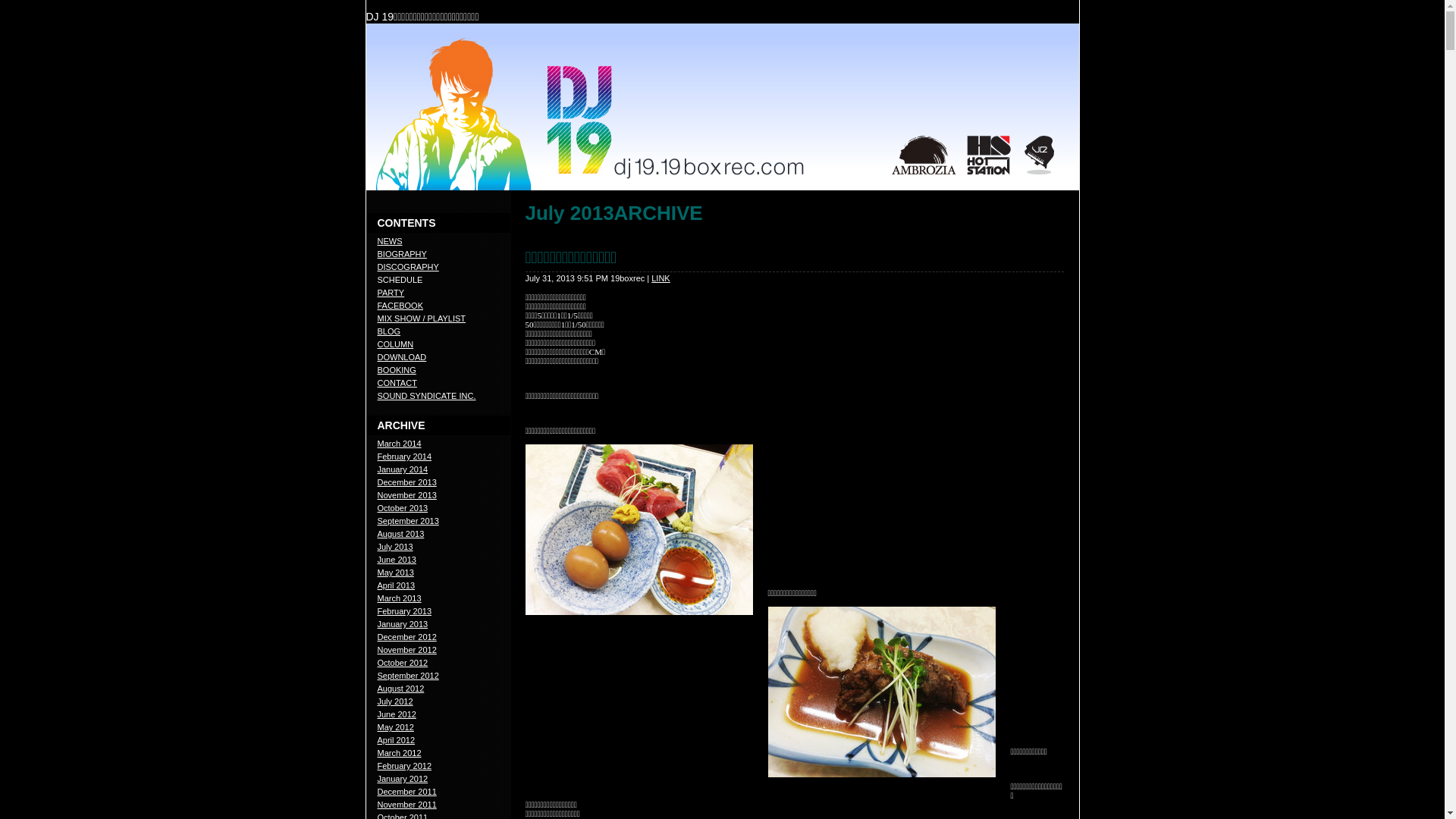 Image resolution: width=1456 pixels, height=819 pixels. I want to click on 'April 2013', so click(397, 584).